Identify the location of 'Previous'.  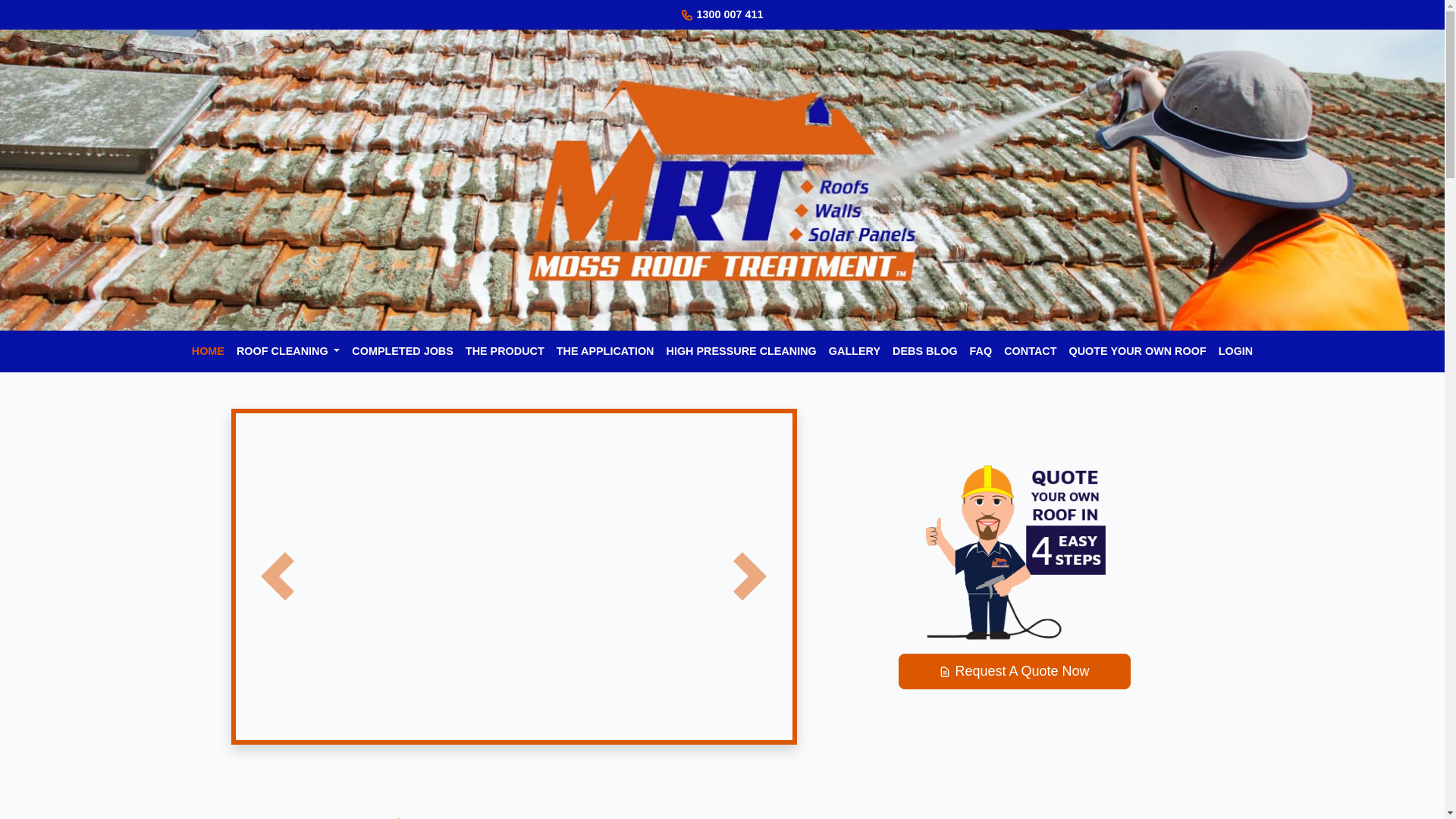
(276, 576).